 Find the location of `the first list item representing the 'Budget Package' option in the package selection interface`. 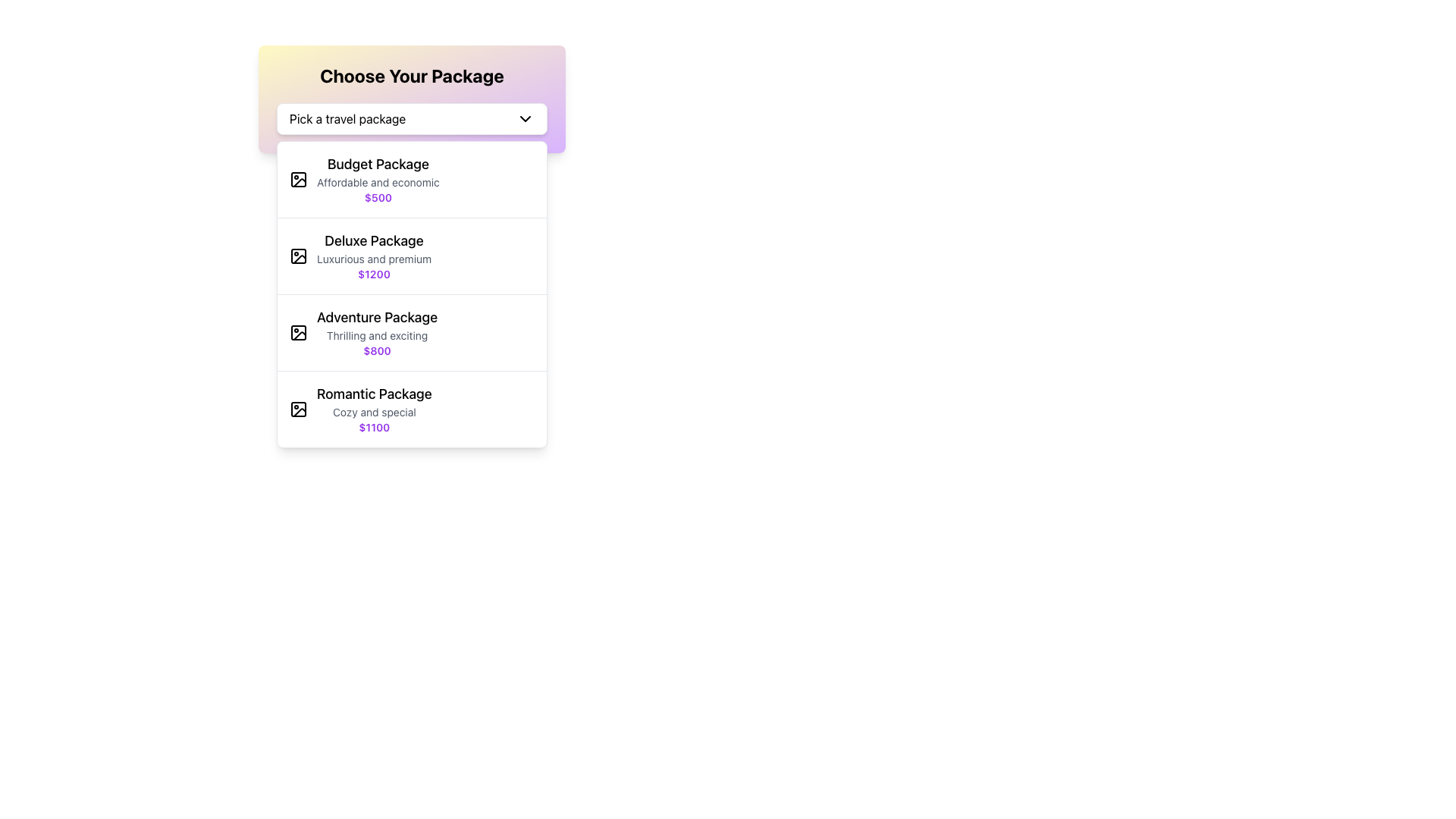

the first list item representing the 'Budget Package' option in the package selection interface is located at coordinates (412, 179).